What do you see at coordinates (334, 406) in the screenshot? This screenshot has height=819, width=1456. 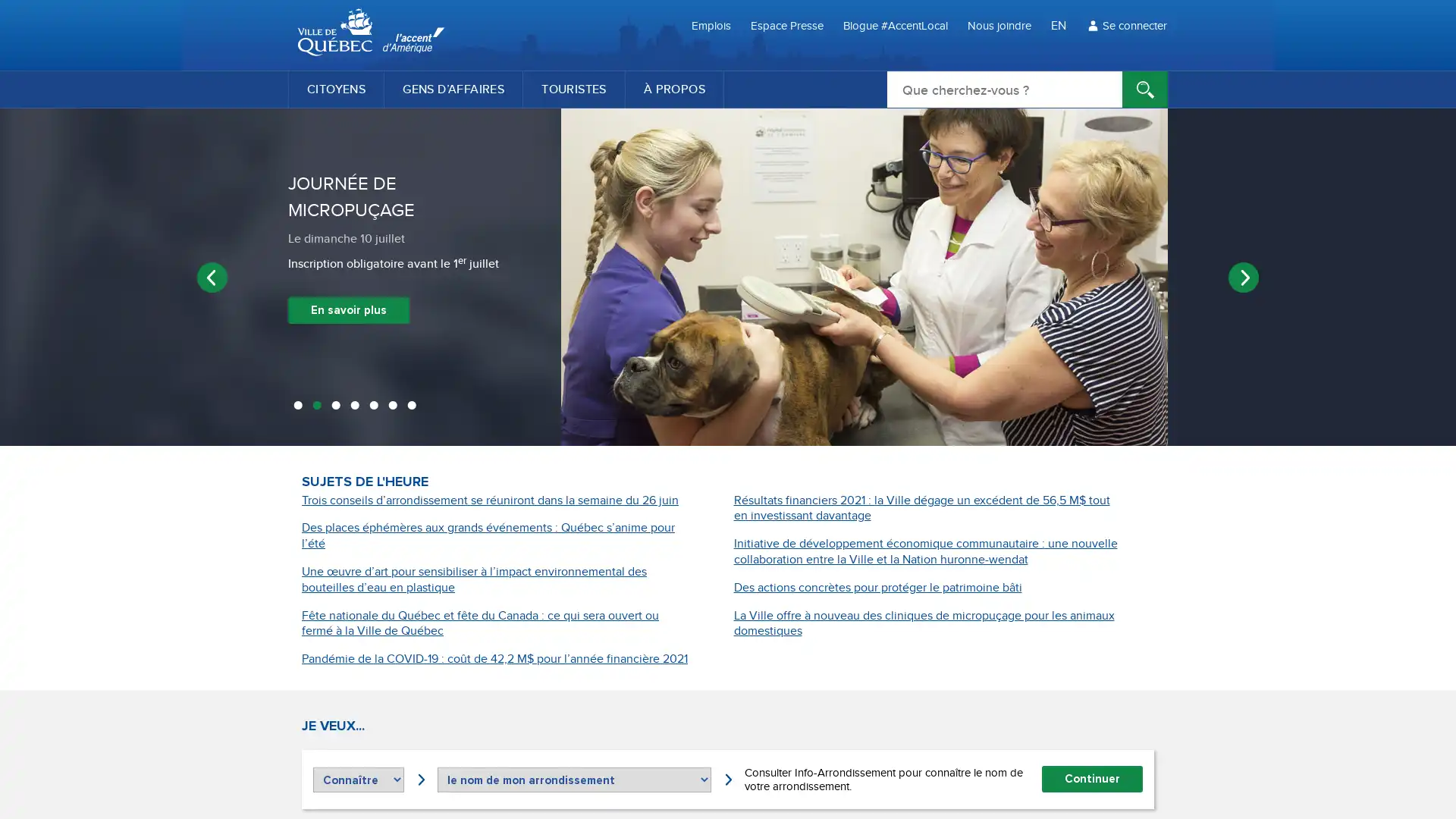 I see `Diapositive numero 3` at bounding box center [334, 406].